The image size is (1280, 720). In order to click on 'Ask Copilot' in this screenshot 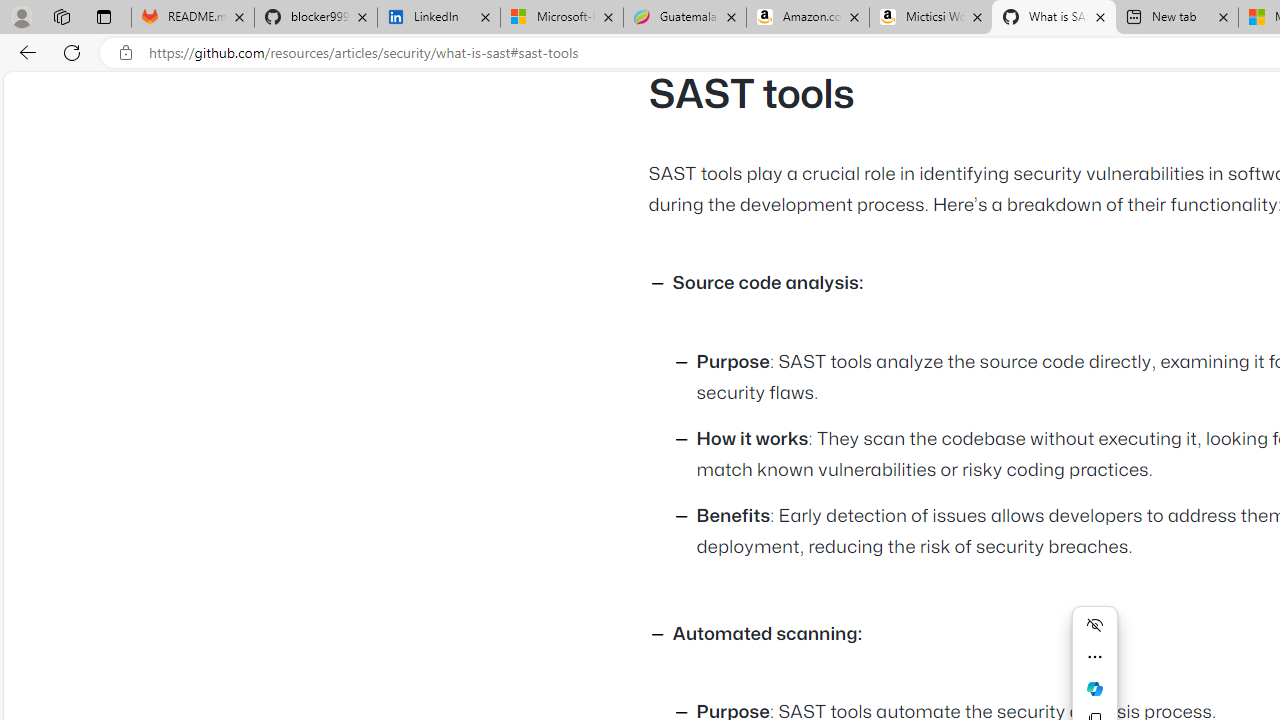, I will do `click(1094, 688)`.